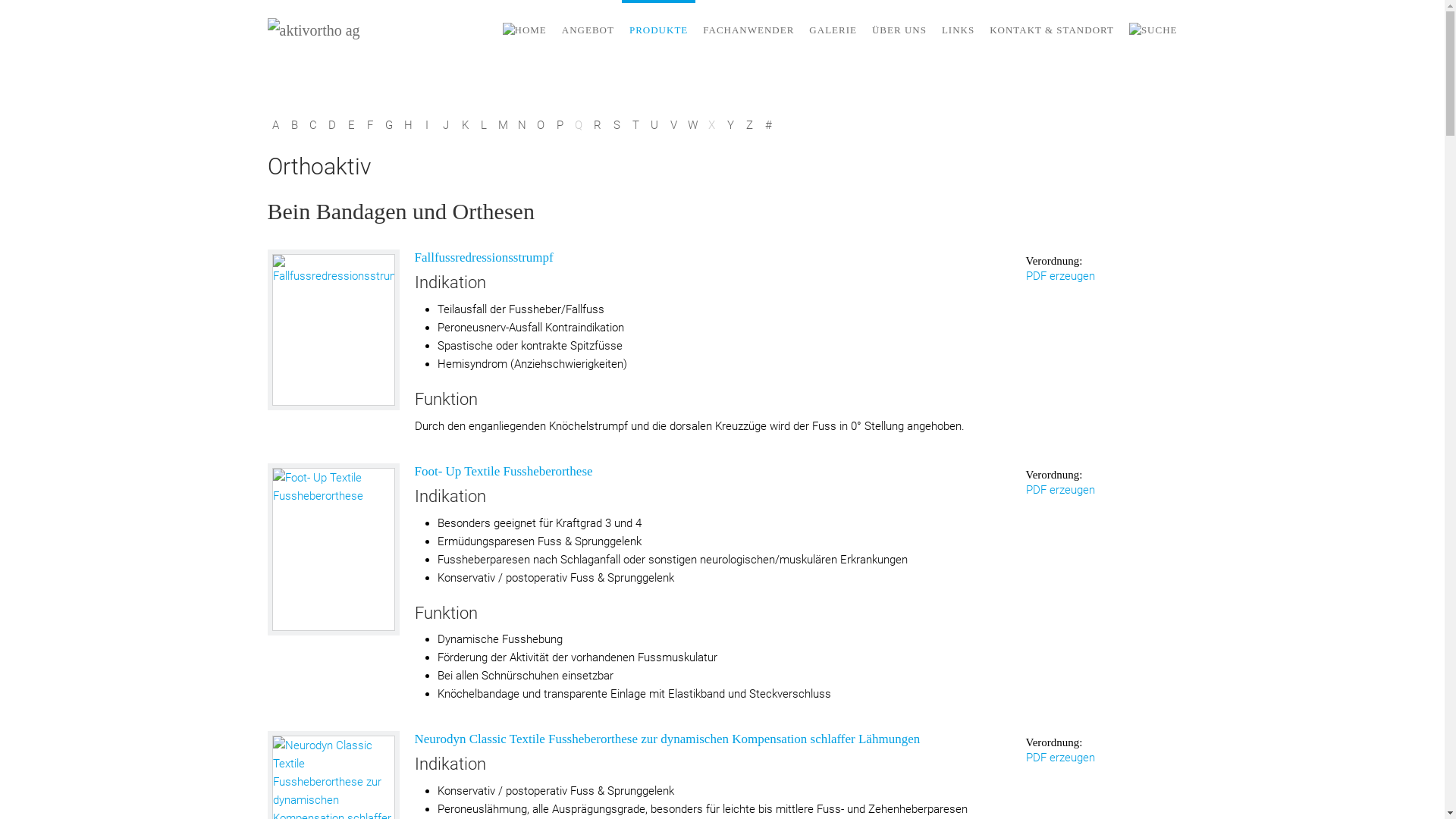 The width and height of the screenshot is (1456, 819). I want to click on 'PRODUKTE', so click(658, 30).